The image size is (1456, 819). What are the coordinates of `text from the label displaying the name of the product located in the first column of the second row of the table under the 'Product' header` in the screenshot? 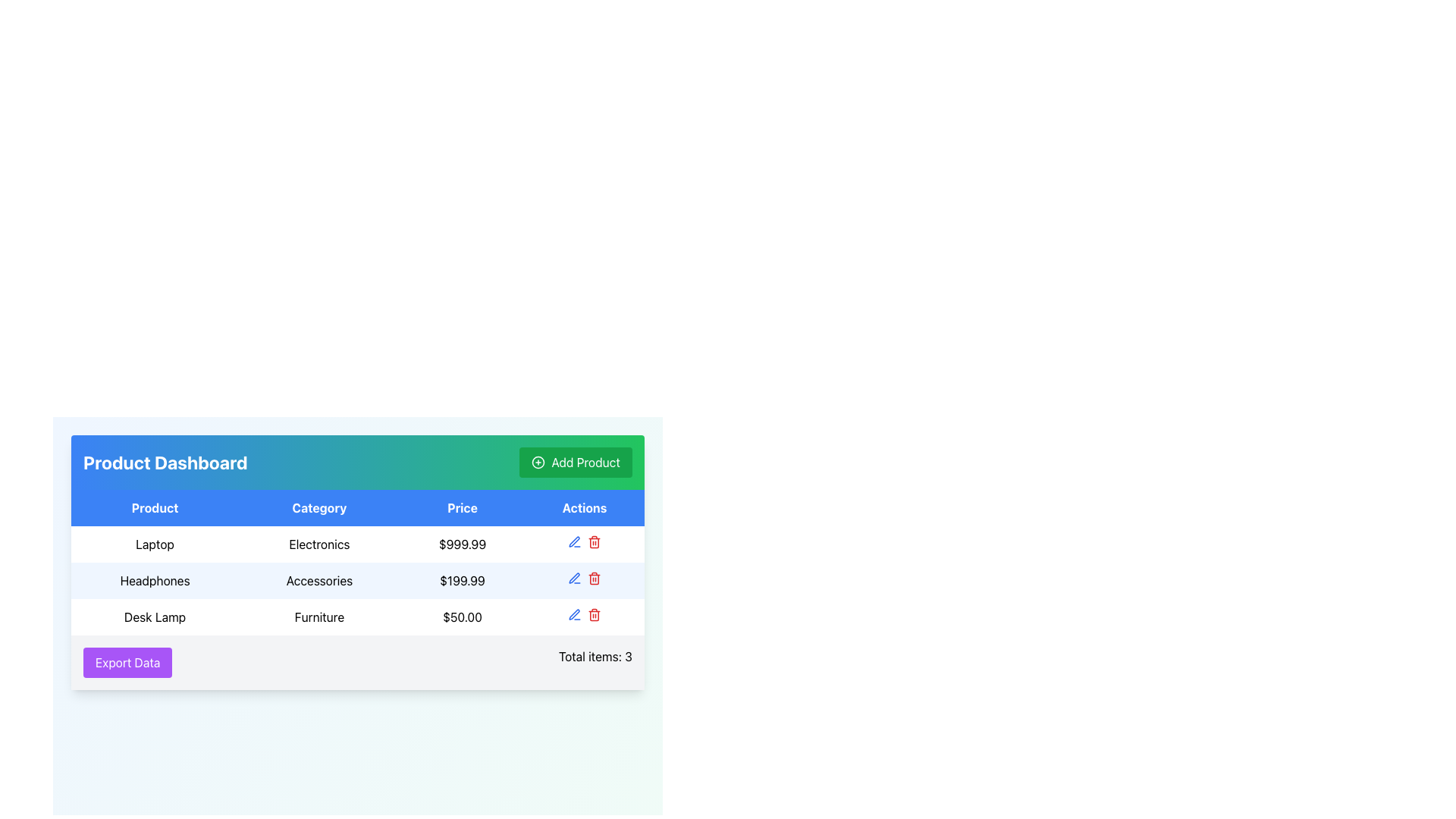 It's located at (155, 543).